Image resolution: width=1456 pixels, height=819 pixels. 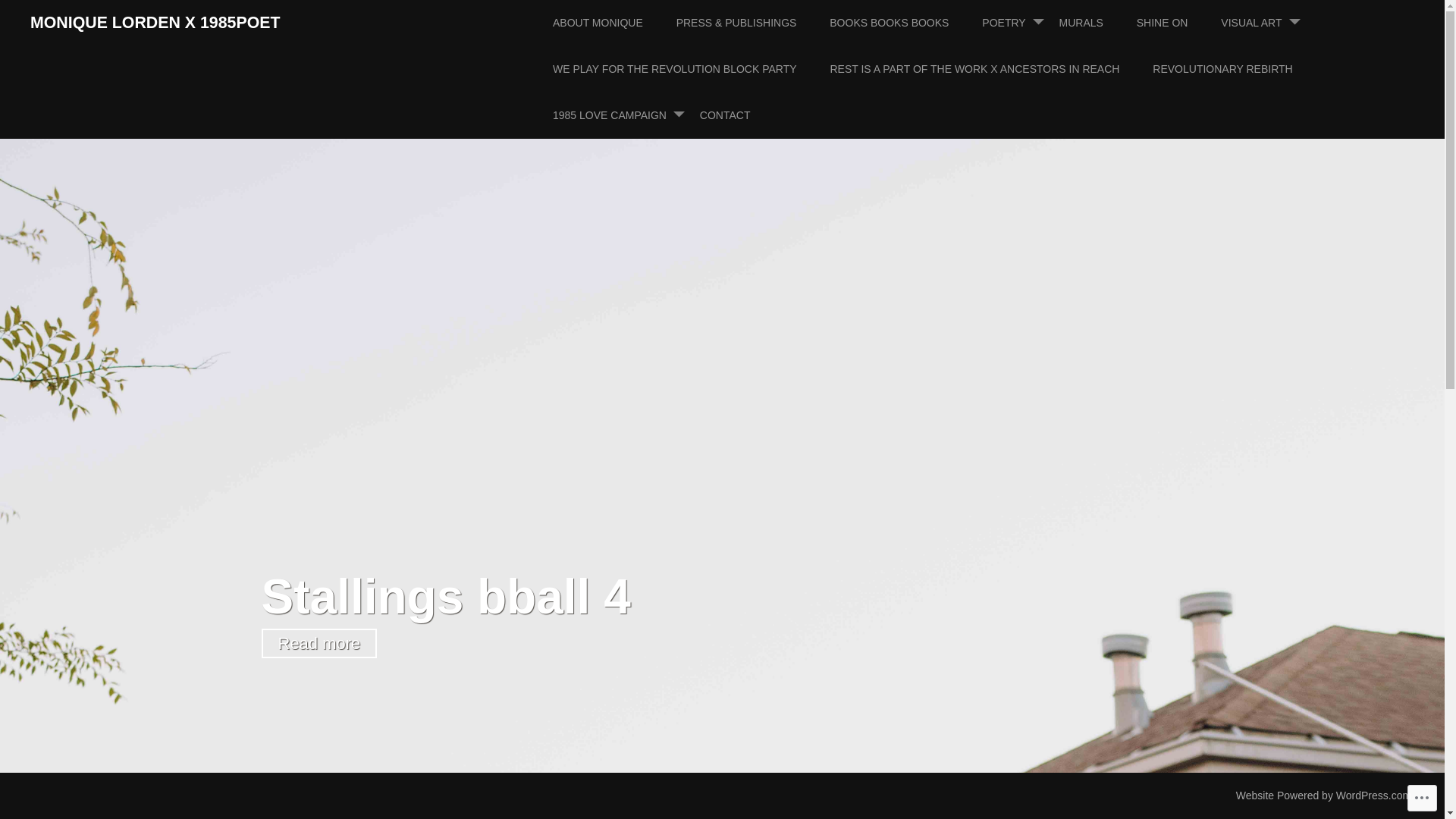 I want to click on 'MURALS', so click(x=1096, y=23).